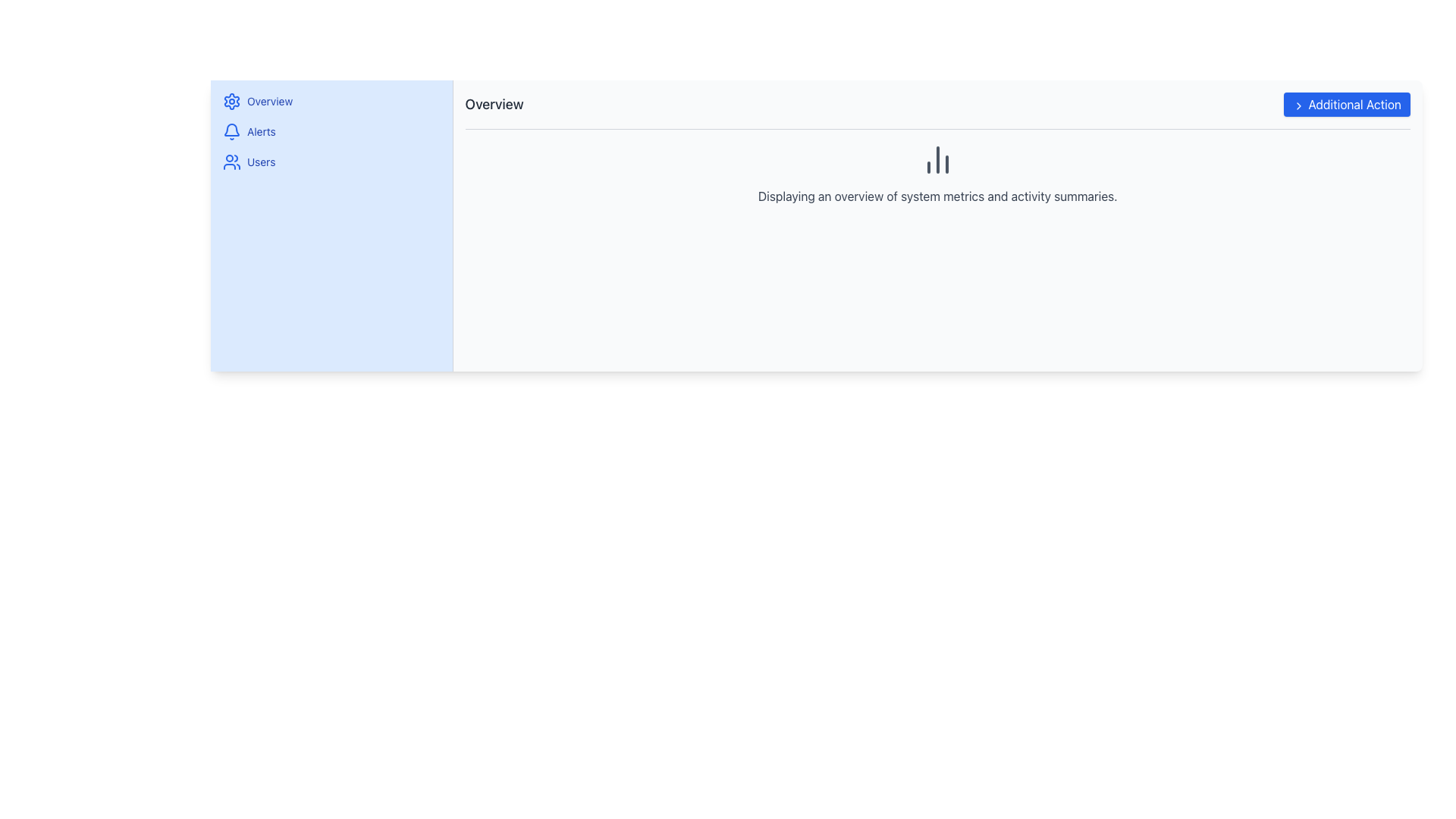 This screenshot has width=1456, height=819. What do you see at coordinates (269, 102) in the screenshot?
I see `the 'Overview' Text Label located in the first item of the navigation menu` at bounding box center [269, 102].